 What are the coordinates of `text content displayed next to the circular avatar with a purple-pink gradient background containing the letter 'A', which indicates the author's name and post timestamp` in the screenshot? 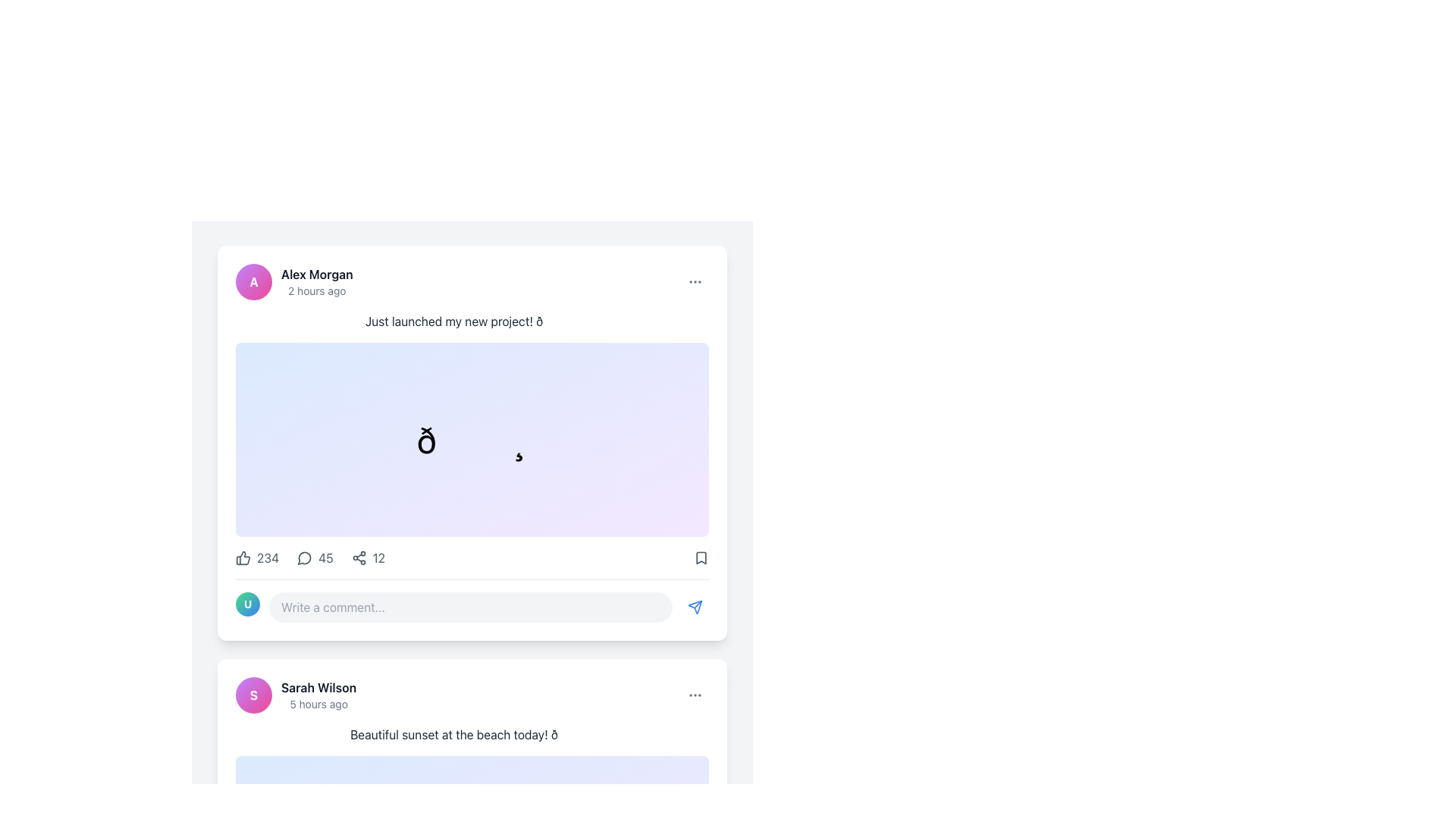 It's located at (316, 281).